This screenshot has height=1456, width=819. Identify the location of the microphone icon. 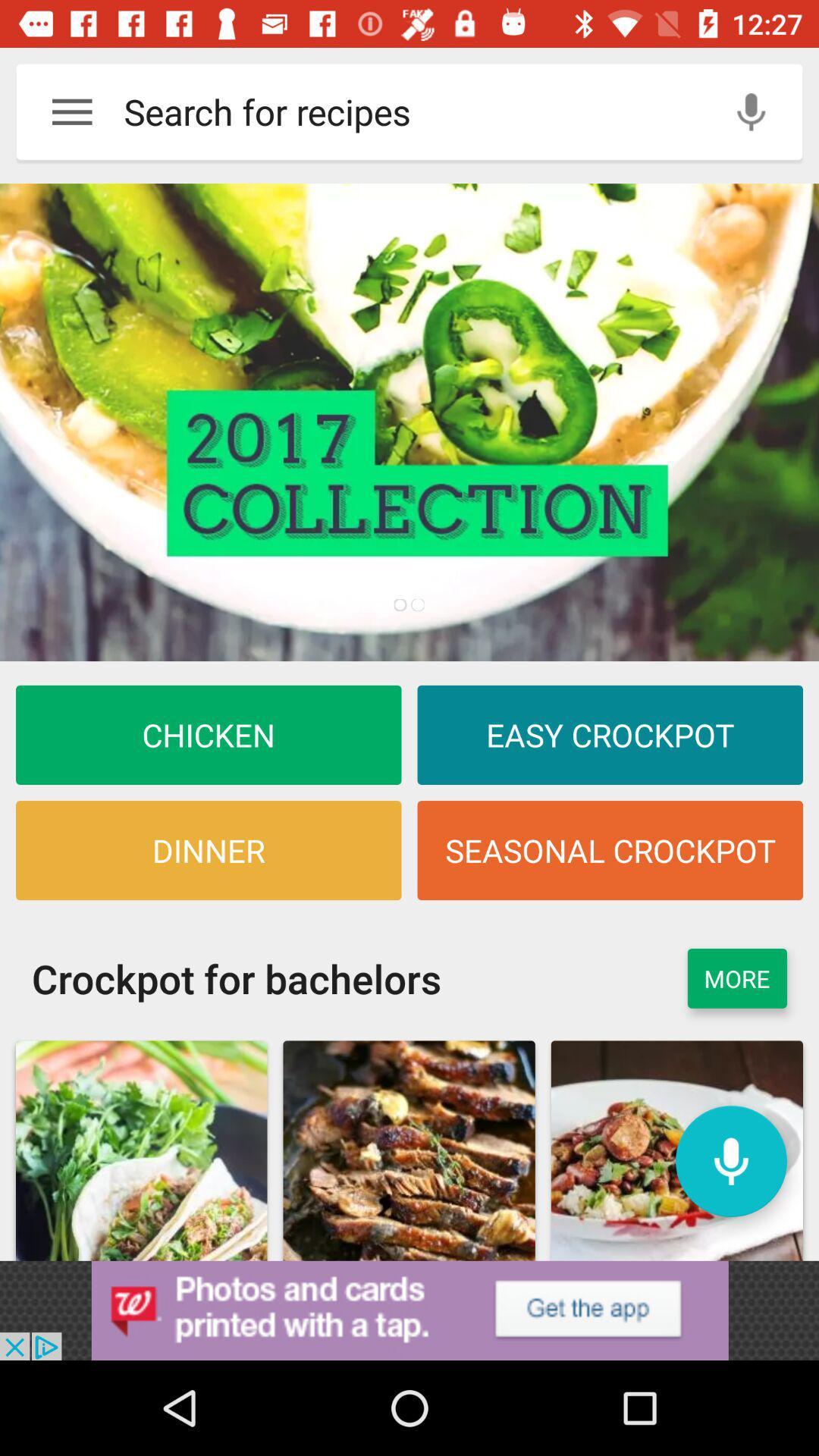
(751, 111).